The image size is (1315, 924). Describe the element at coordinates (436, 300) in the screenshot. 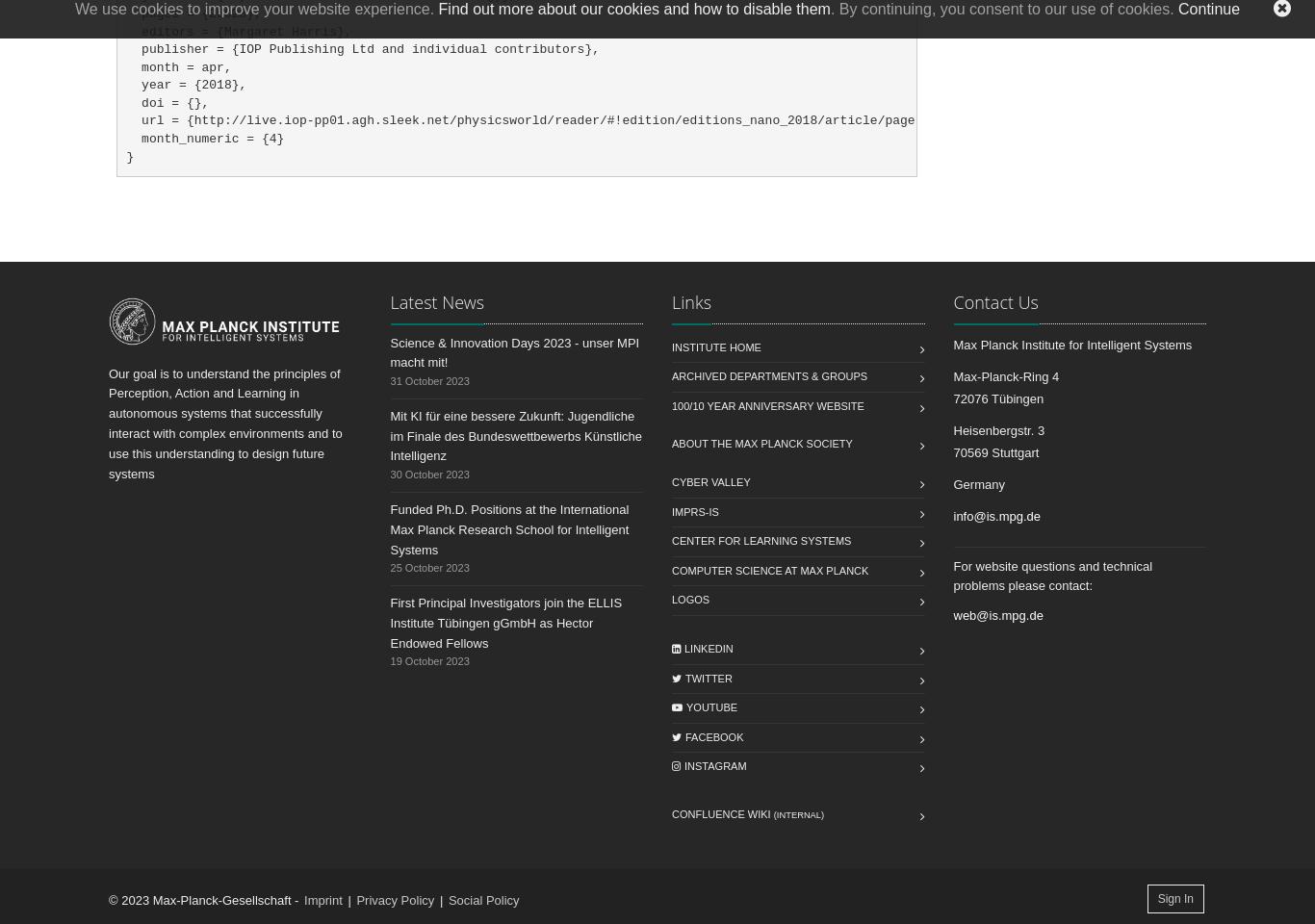

I see `'Latest News'` at that location.